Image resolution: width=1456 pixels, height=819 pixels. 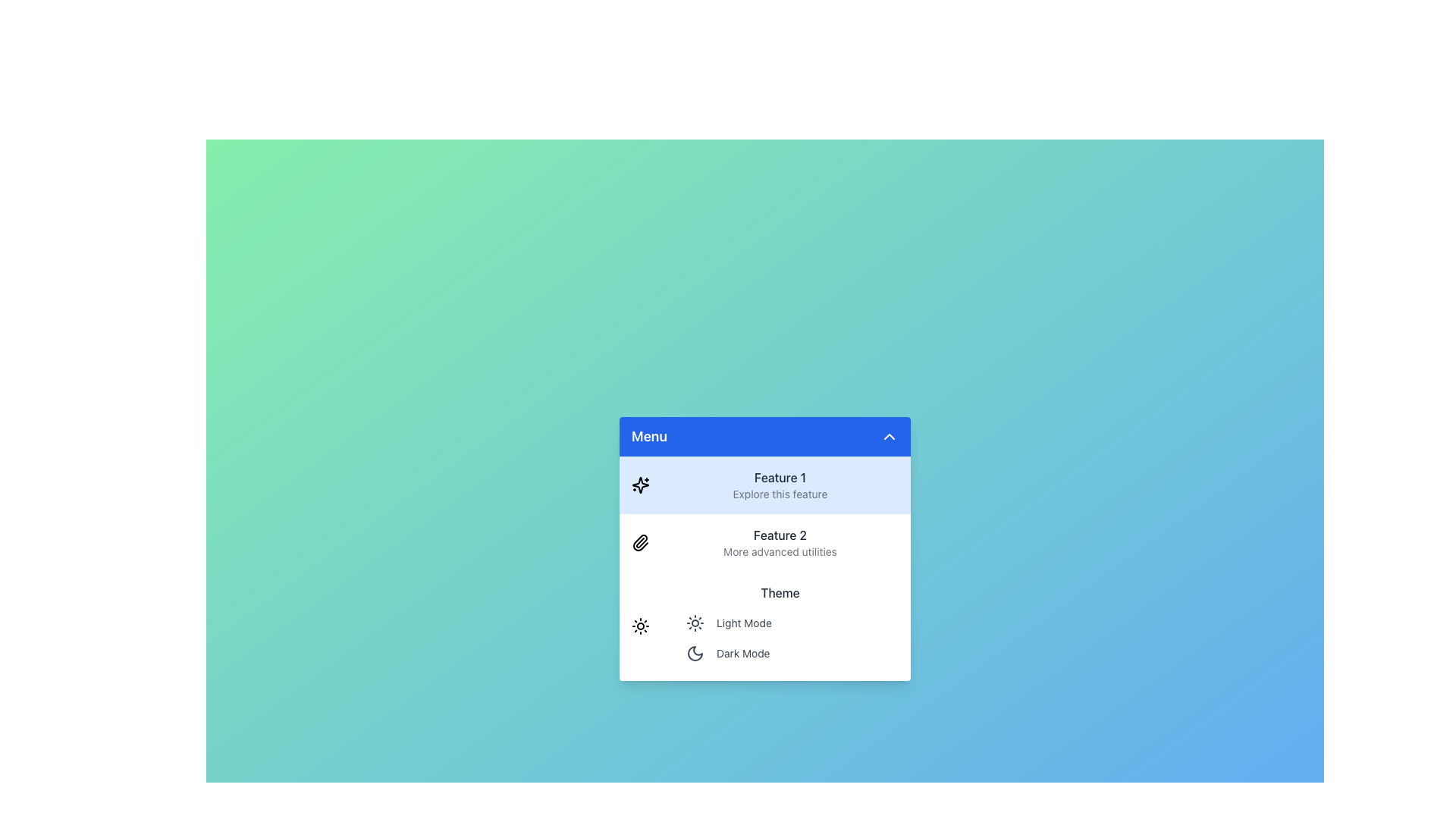 I want to click on the static text label 'Feature 1' which serves as the title for a feature section near the top of the menu panel, so click(x=780, y=476).